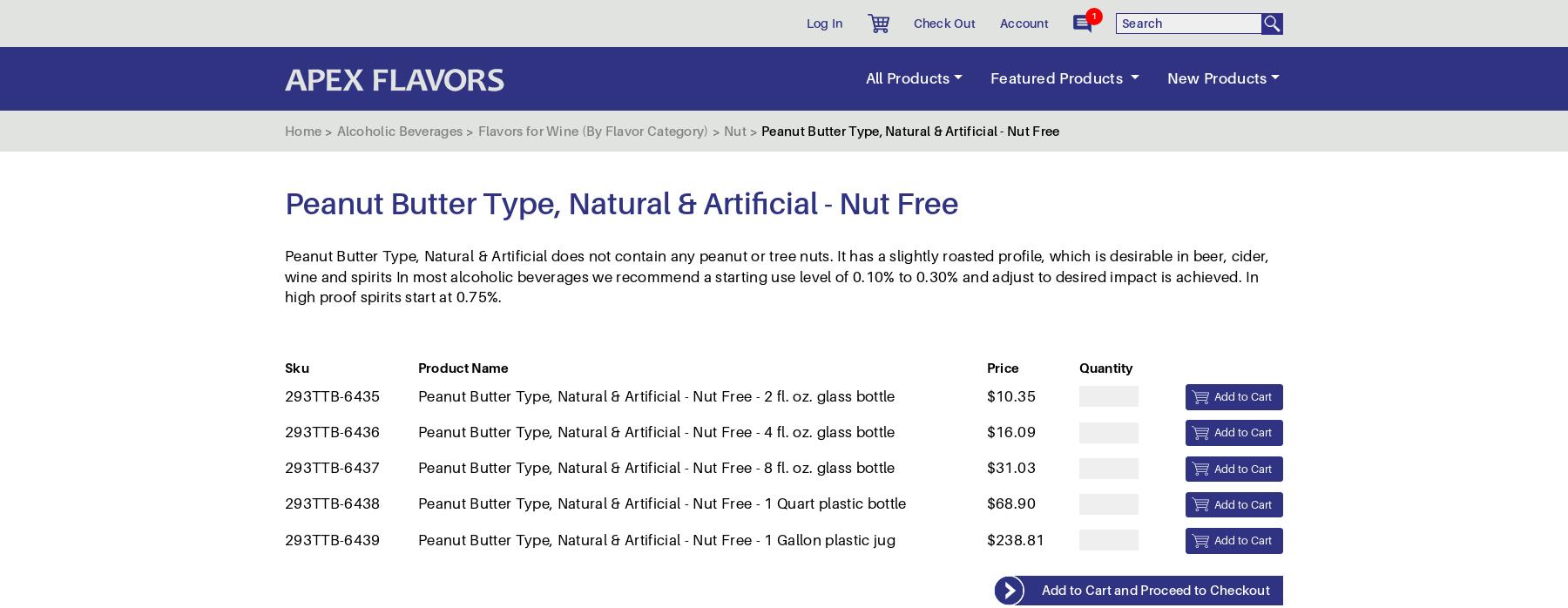 The height and width of the screenshot is (608, 1568). What do you see at coordinates (1009, 88) in the screenshot?
I see `'$16.09'` at bounding box center [1009, 88].